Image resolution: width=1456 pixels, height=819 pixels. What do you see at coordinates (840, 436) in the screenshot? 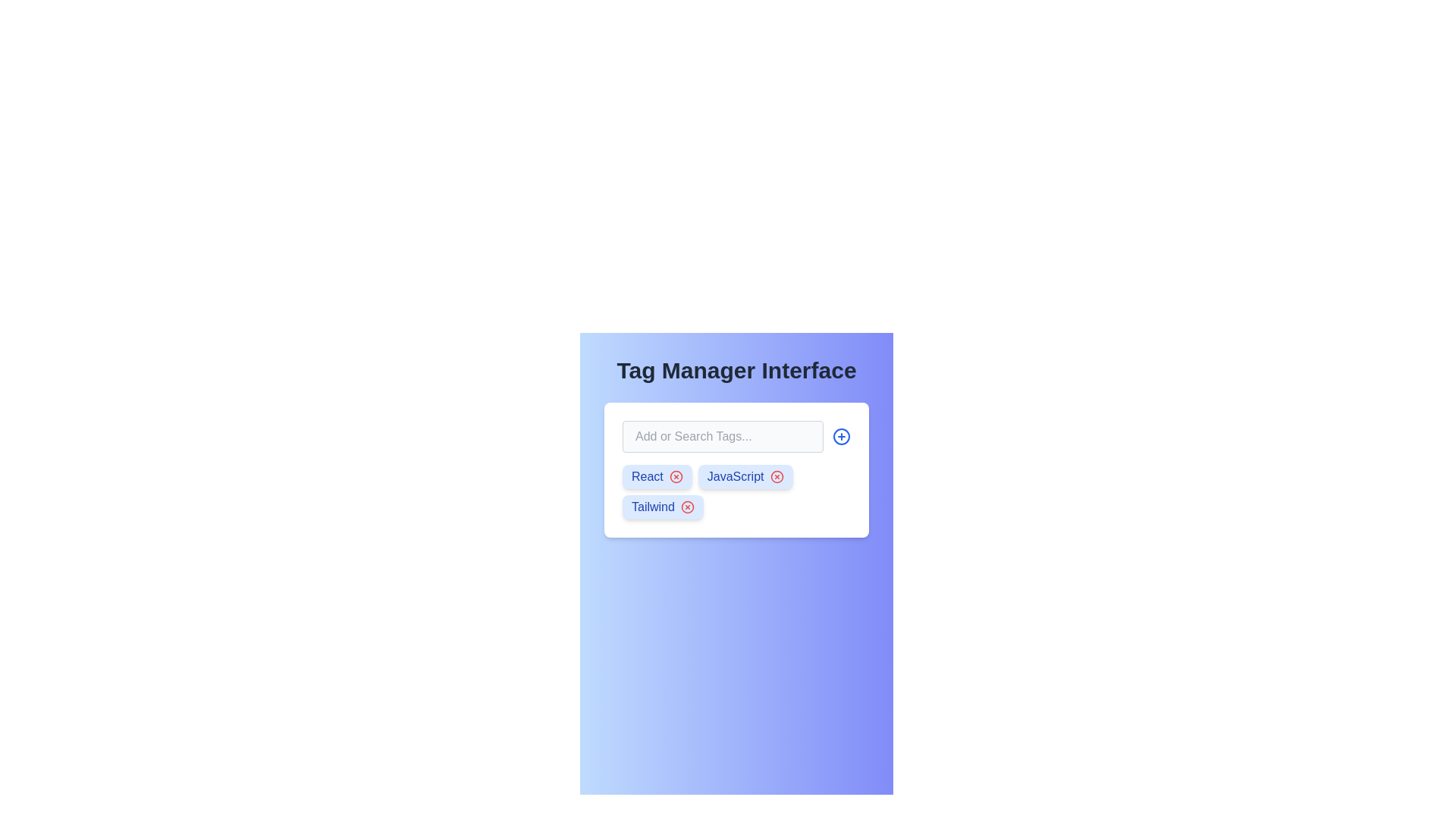
I see `the 'Add' icon button, which is positioned to the right of the 'Add or Search Tags...' input field` at bounding box center [840, 436].